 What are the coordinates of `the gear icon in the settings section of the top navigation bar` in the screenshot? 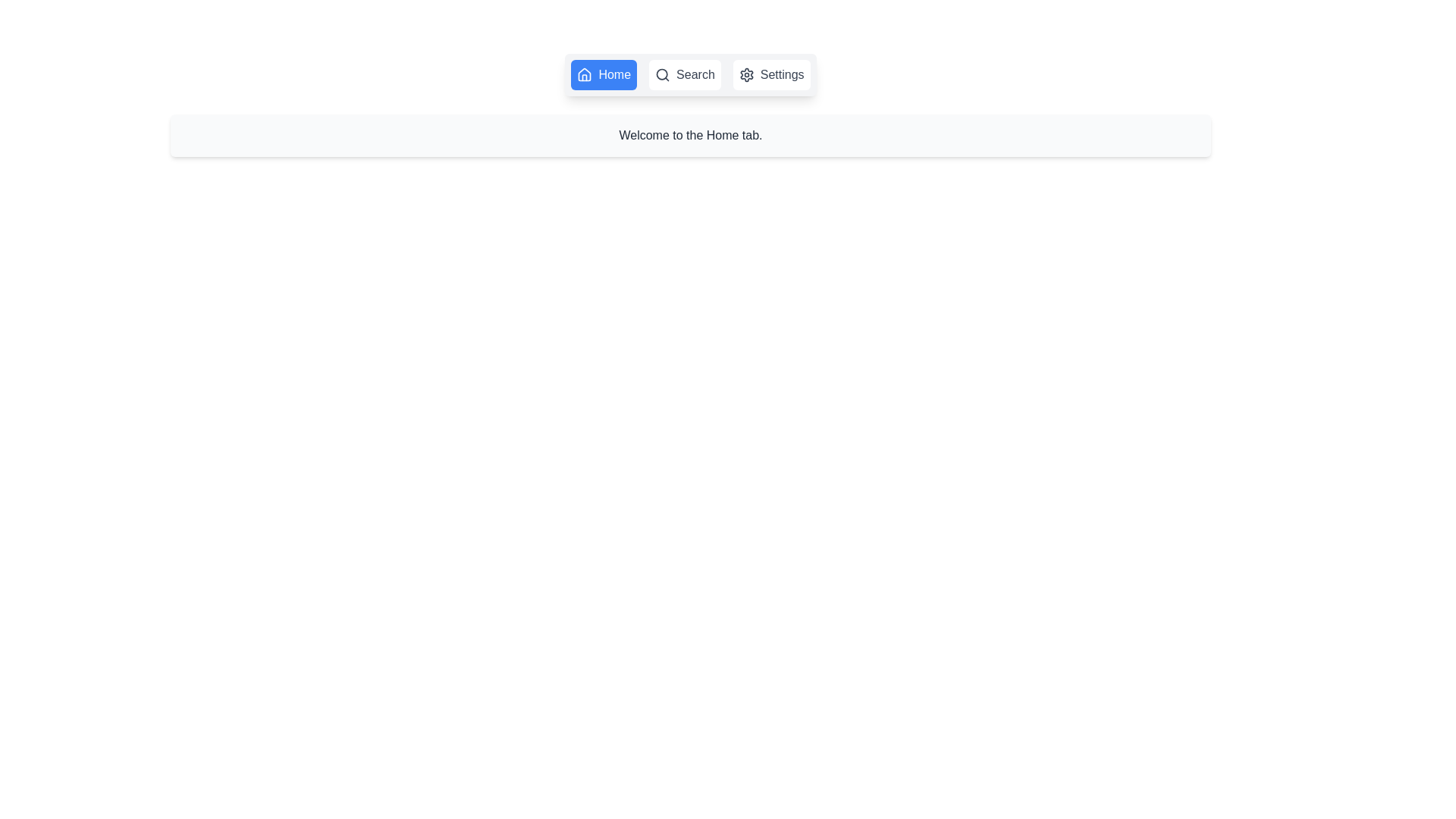 It's located at (746, 75).